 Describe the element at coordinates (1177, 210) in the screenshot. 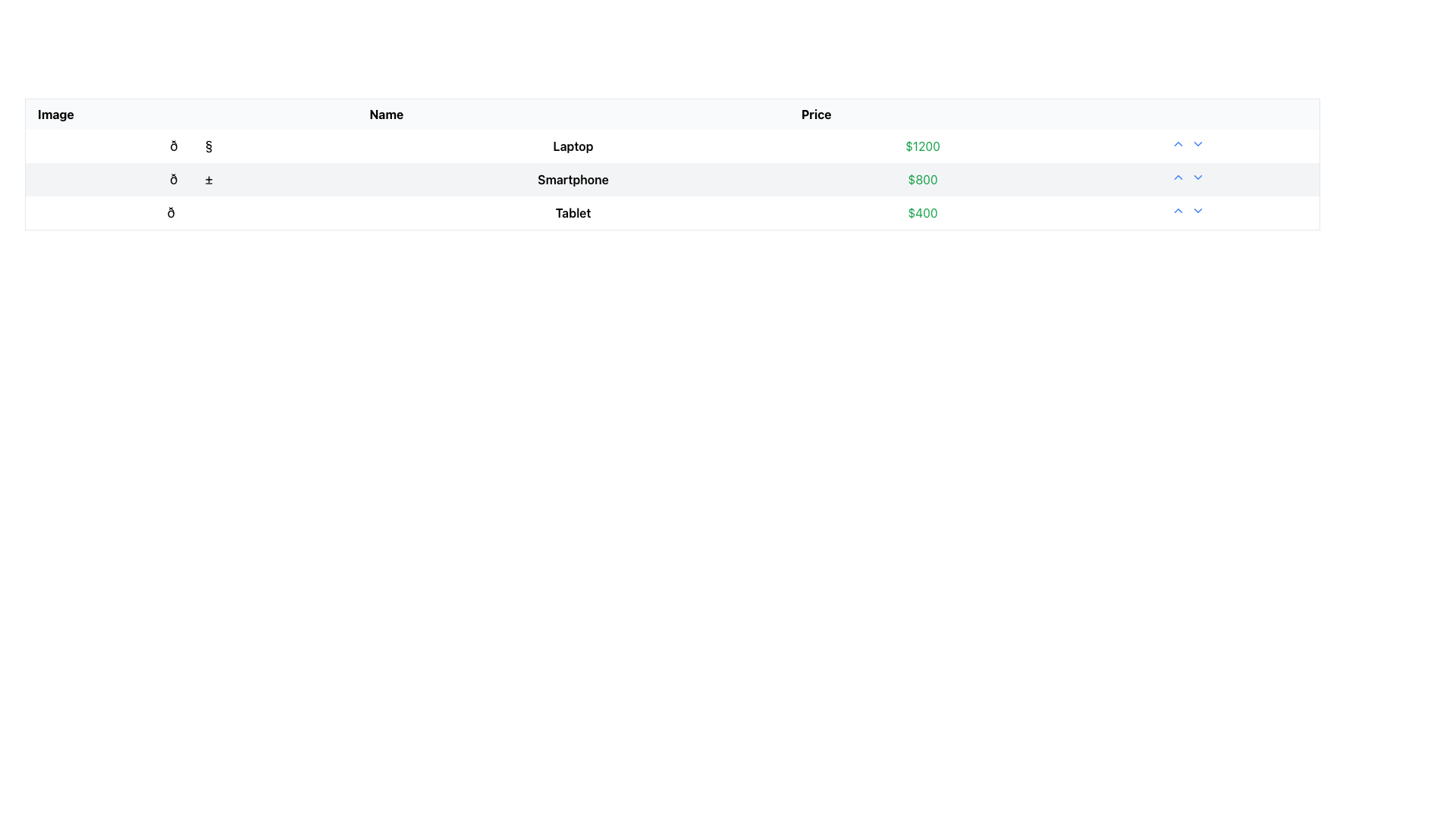

I see `the upward-pointing arrow icon in the 'Price' column of the table for the 'Tablet' item to enable keyboard navigation` at that location.